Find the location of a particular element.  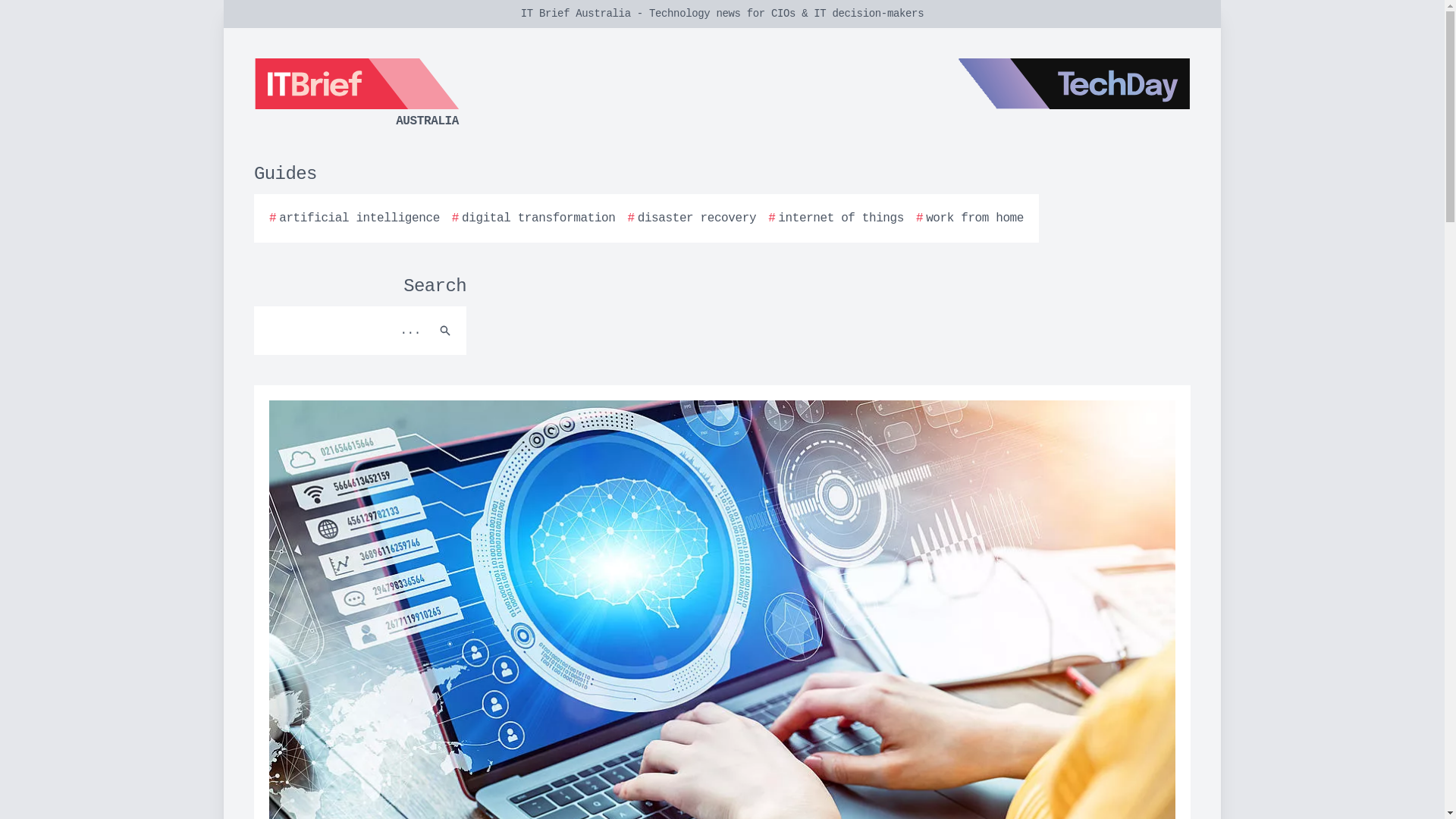

'# is located at coordinates (534, 218).